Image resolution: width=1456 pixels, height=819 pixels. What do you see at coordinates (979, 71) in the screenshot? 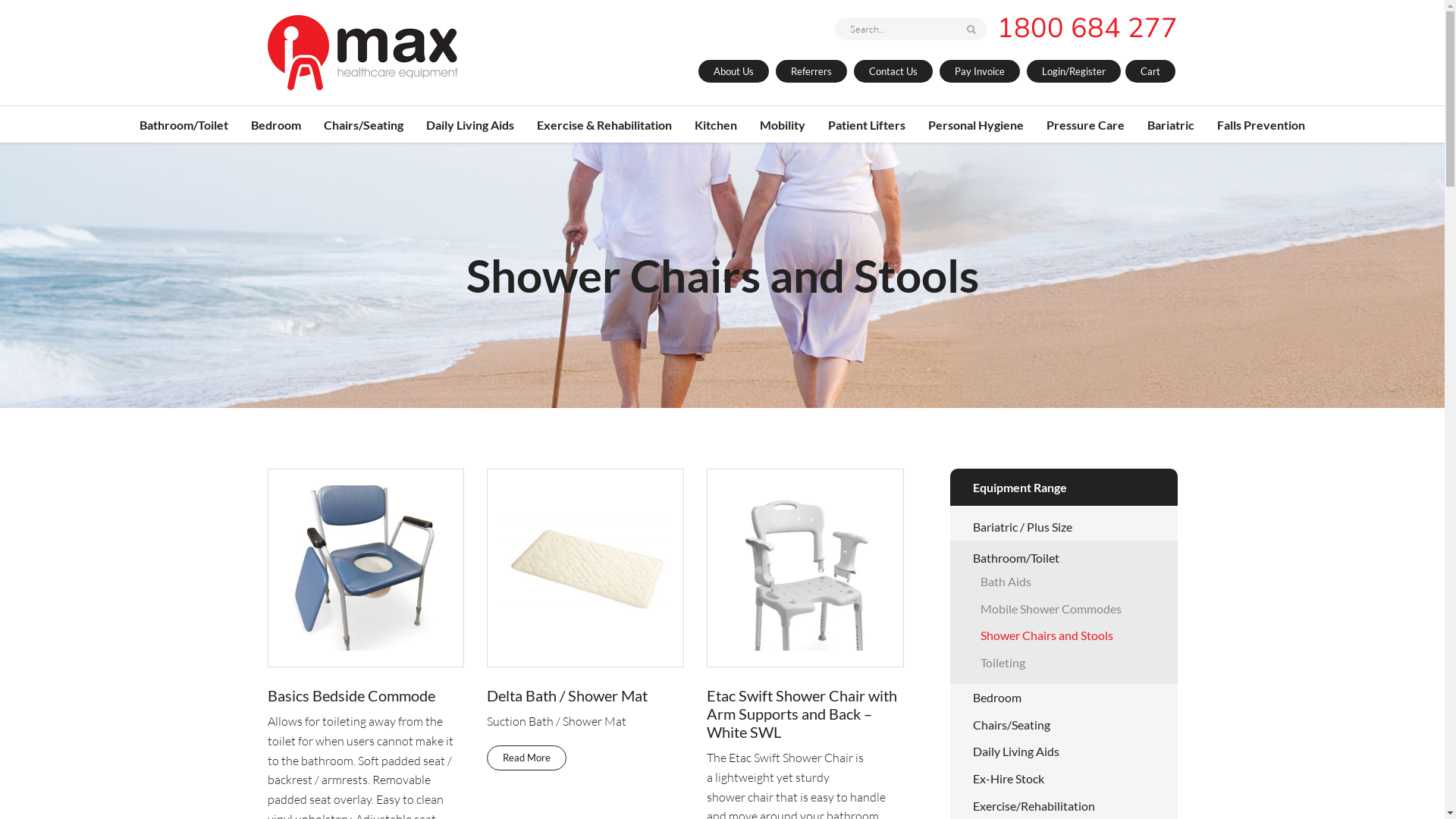
I see `'Pay Invoice'` at bounding box center [979, 71].